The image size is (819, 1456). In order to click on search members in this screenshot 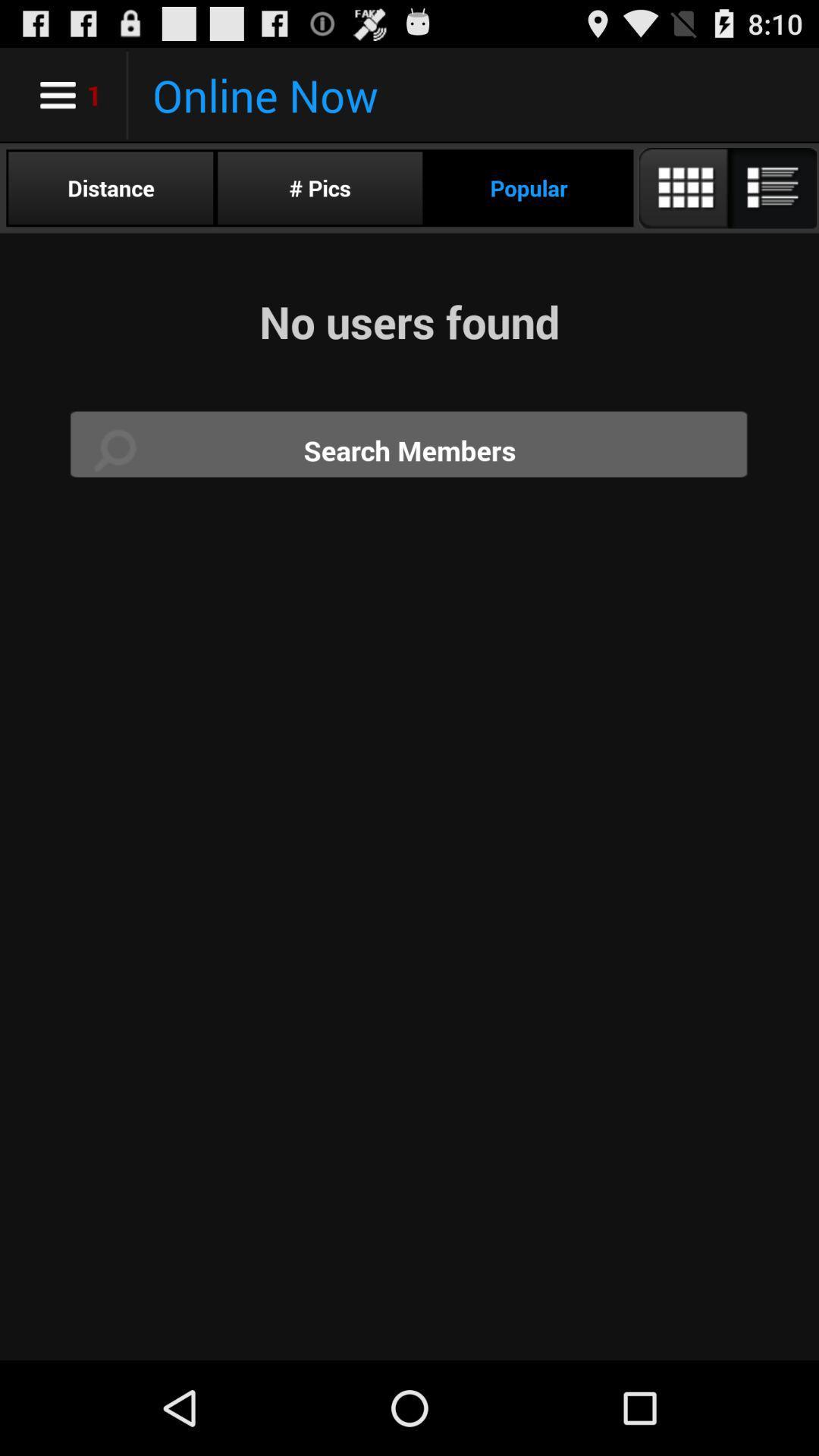, I will do `click(409, 450)`.